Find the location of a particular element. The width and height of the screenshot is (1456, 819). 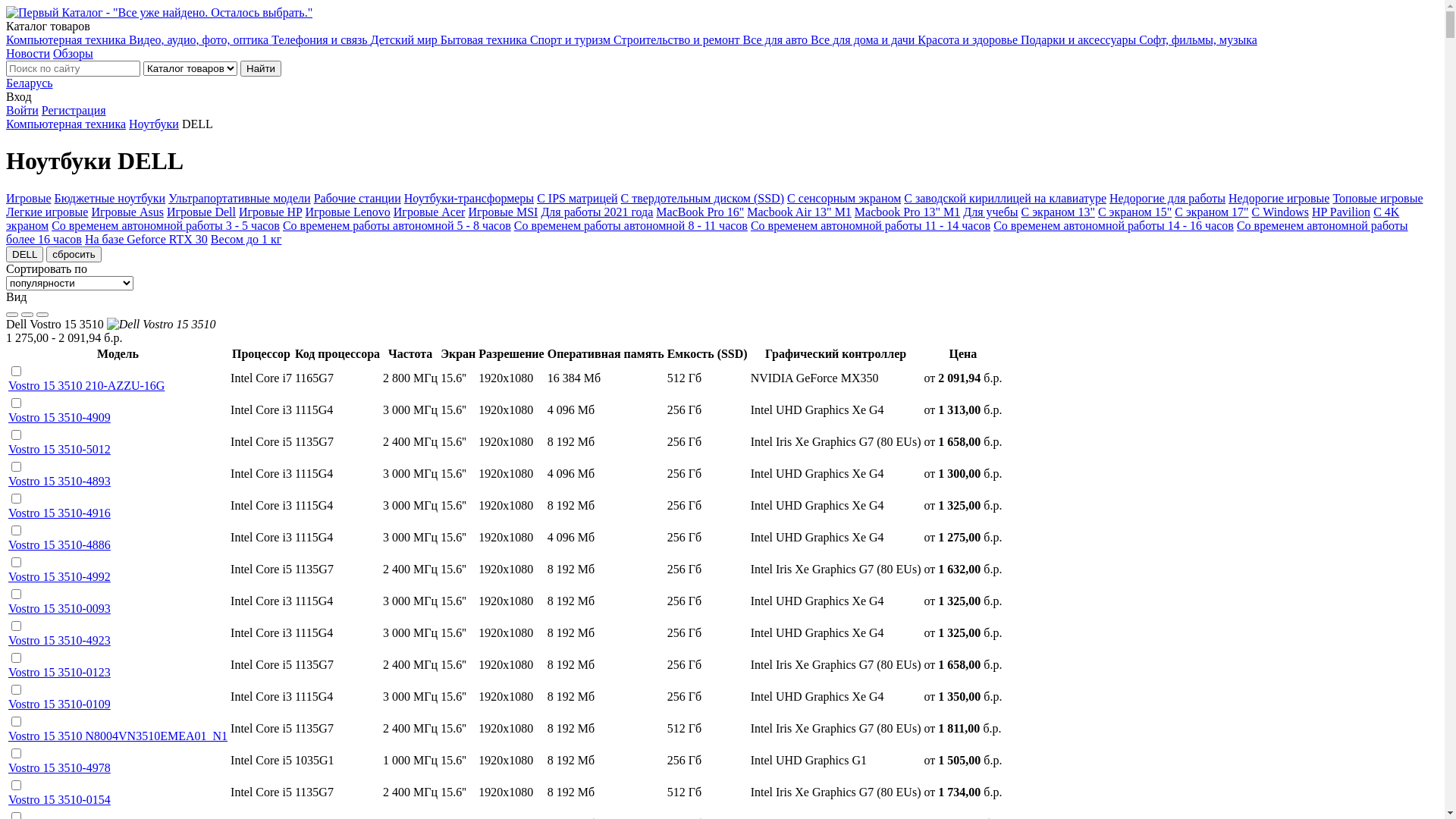

'Vostro 15 3510 210-AZZU-16G' is located at coordinates (86, 384).